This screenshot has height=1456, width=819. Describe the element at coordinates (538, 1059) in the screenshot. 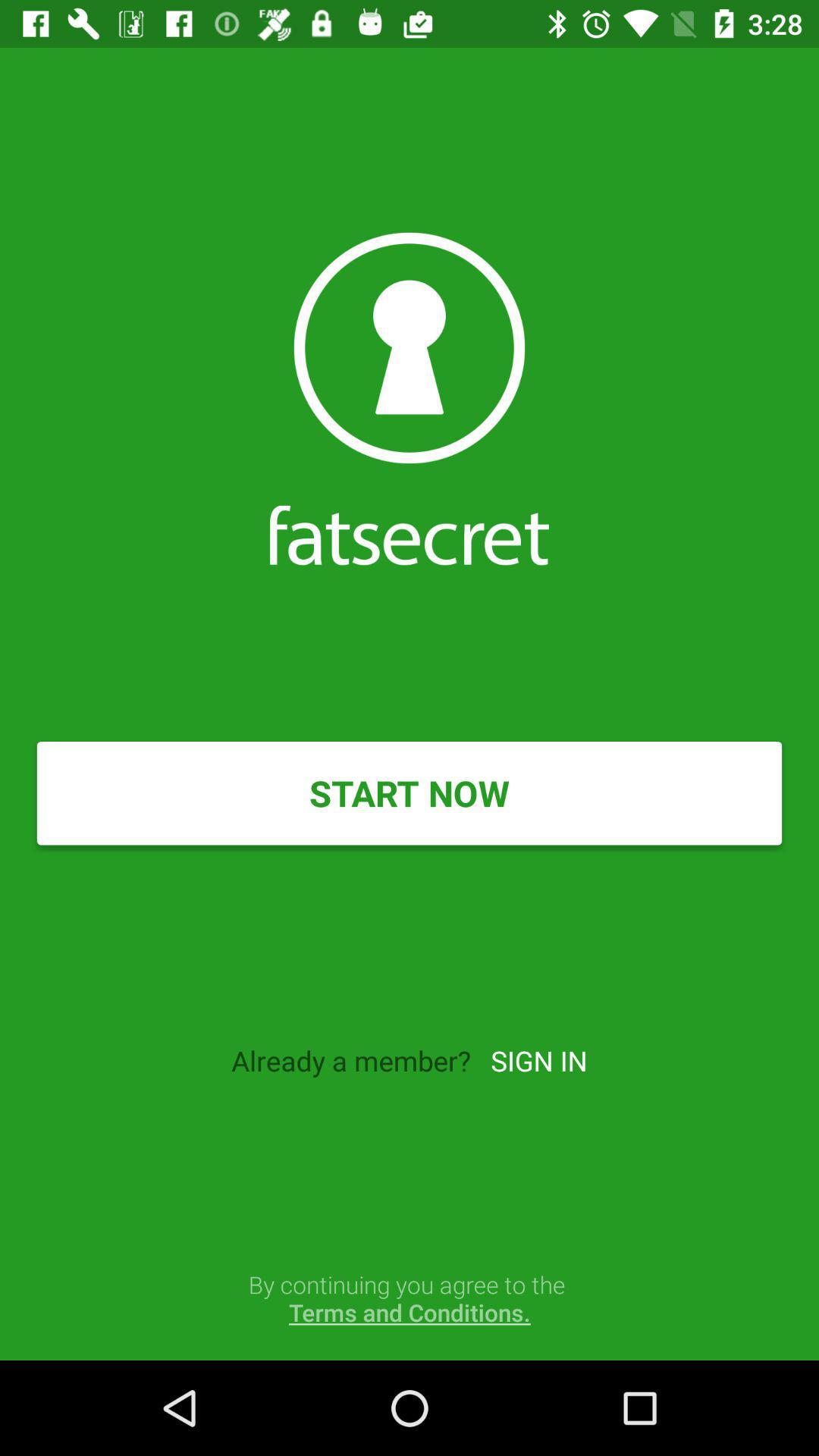

I see `item to the right of already a member?` at that location.